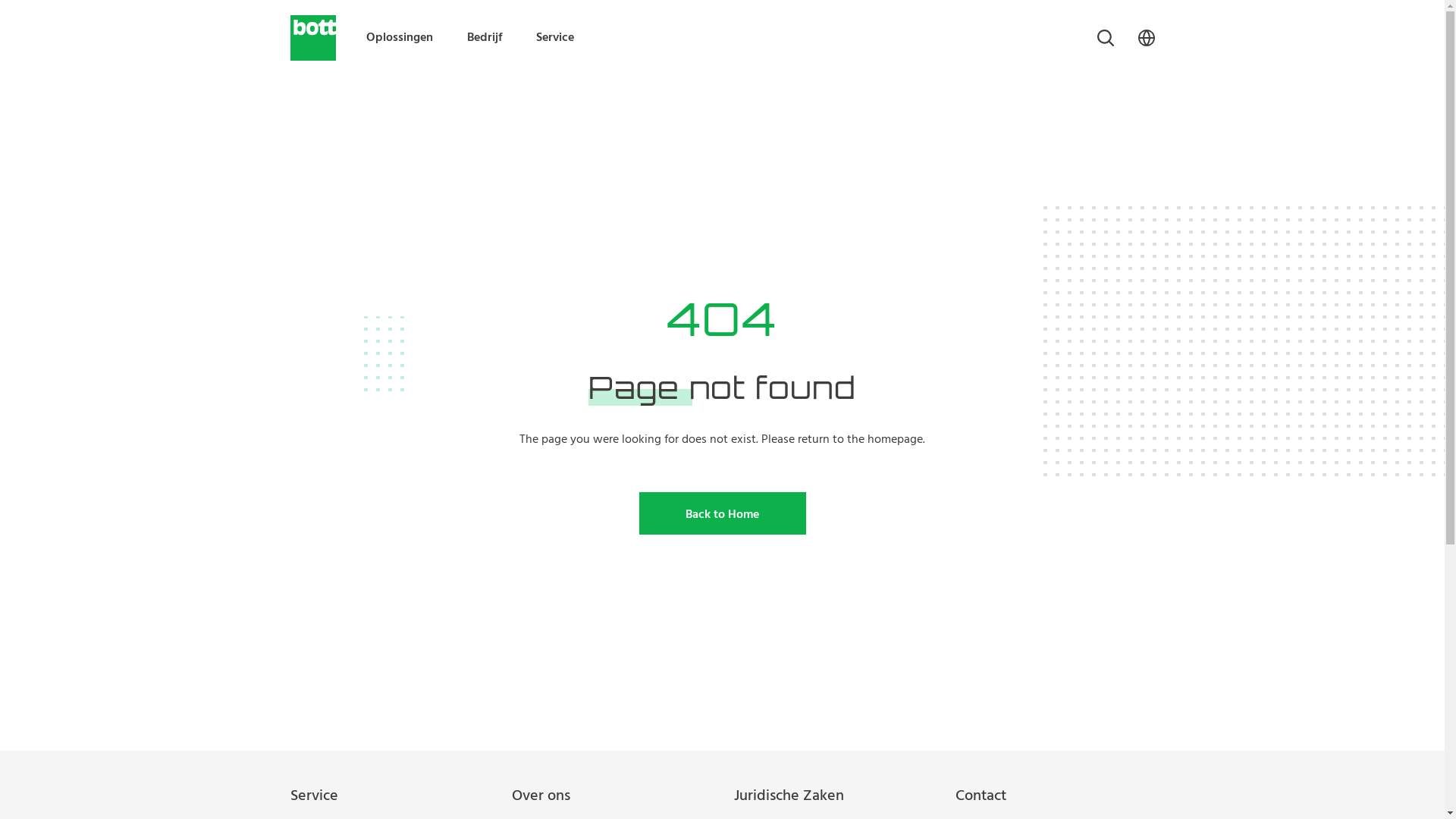 The width and height of the screenshot is (1456, 819). I want to click on 'Back to Home', so click(720, 513).